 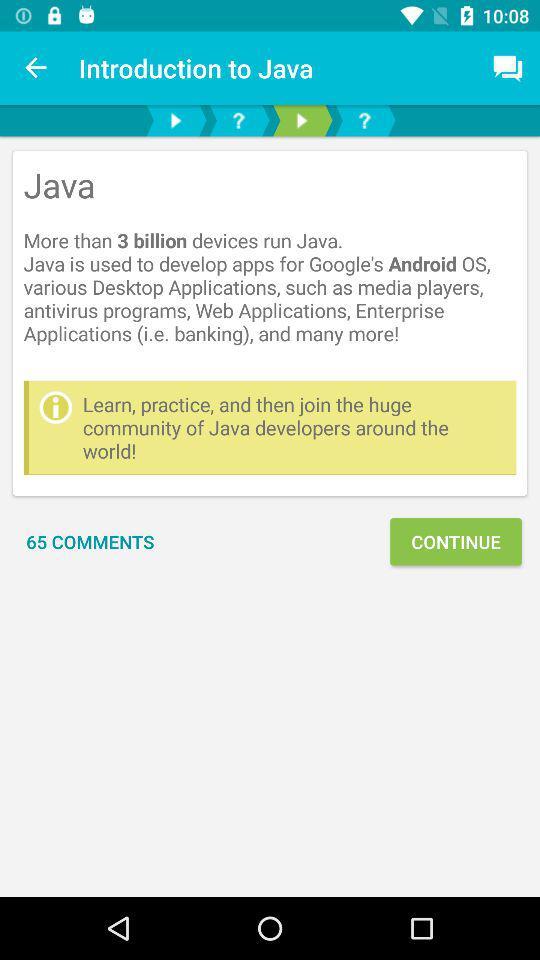 What do you see at coordinates (89, 541) in the screenshot?
I see `the item to the left of the continue` at bounding box center [89, 541].